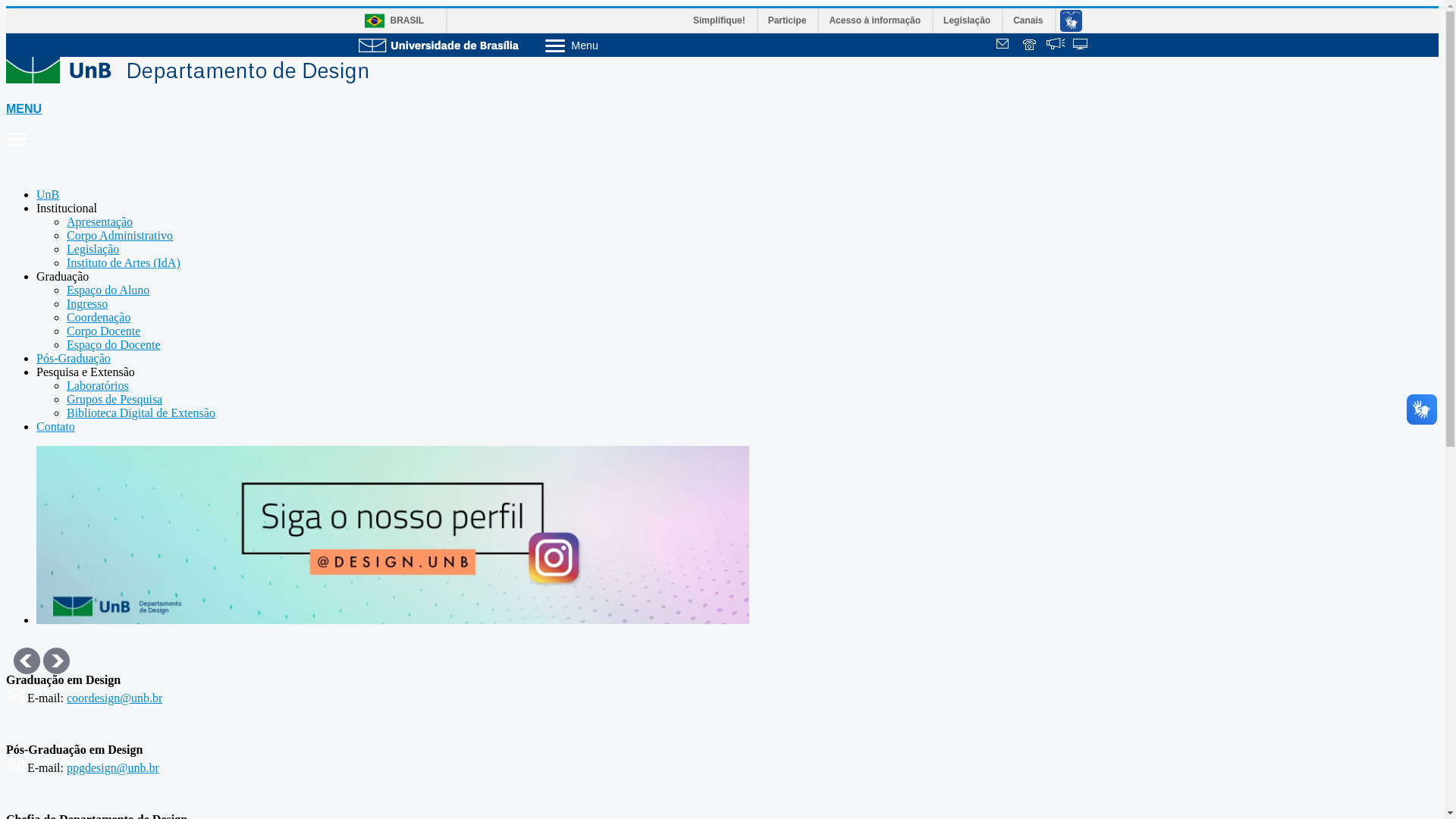 This screenshot has width=1456, height=819. I want to click on ' ', so click(1080, 45).